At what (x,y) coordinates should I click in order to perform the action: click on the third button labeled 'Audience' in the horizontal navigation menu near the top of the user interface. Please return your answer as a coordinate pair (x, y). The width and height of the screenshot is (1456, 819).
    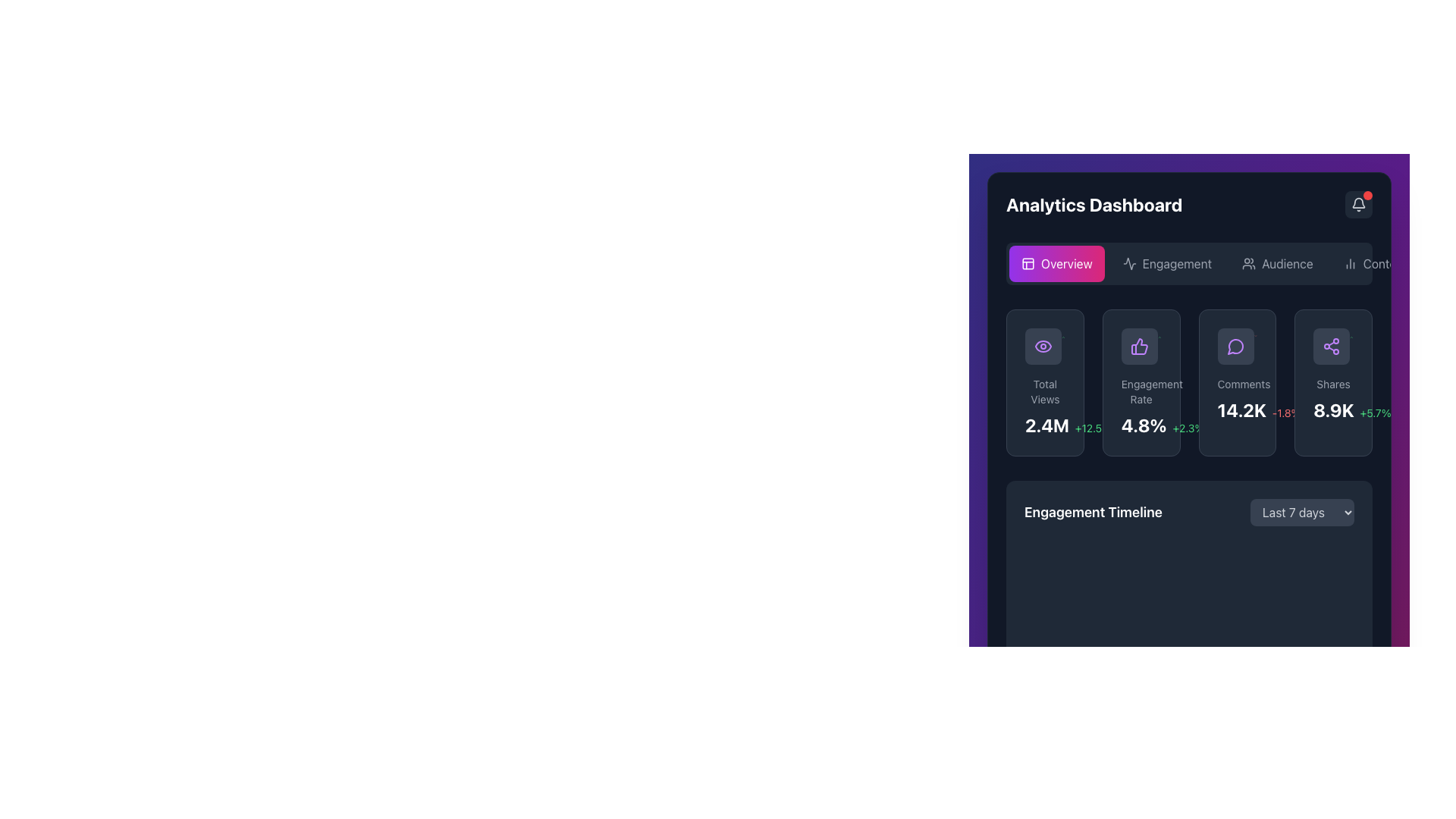
    Looking at the image, I should click on (1276, 262).